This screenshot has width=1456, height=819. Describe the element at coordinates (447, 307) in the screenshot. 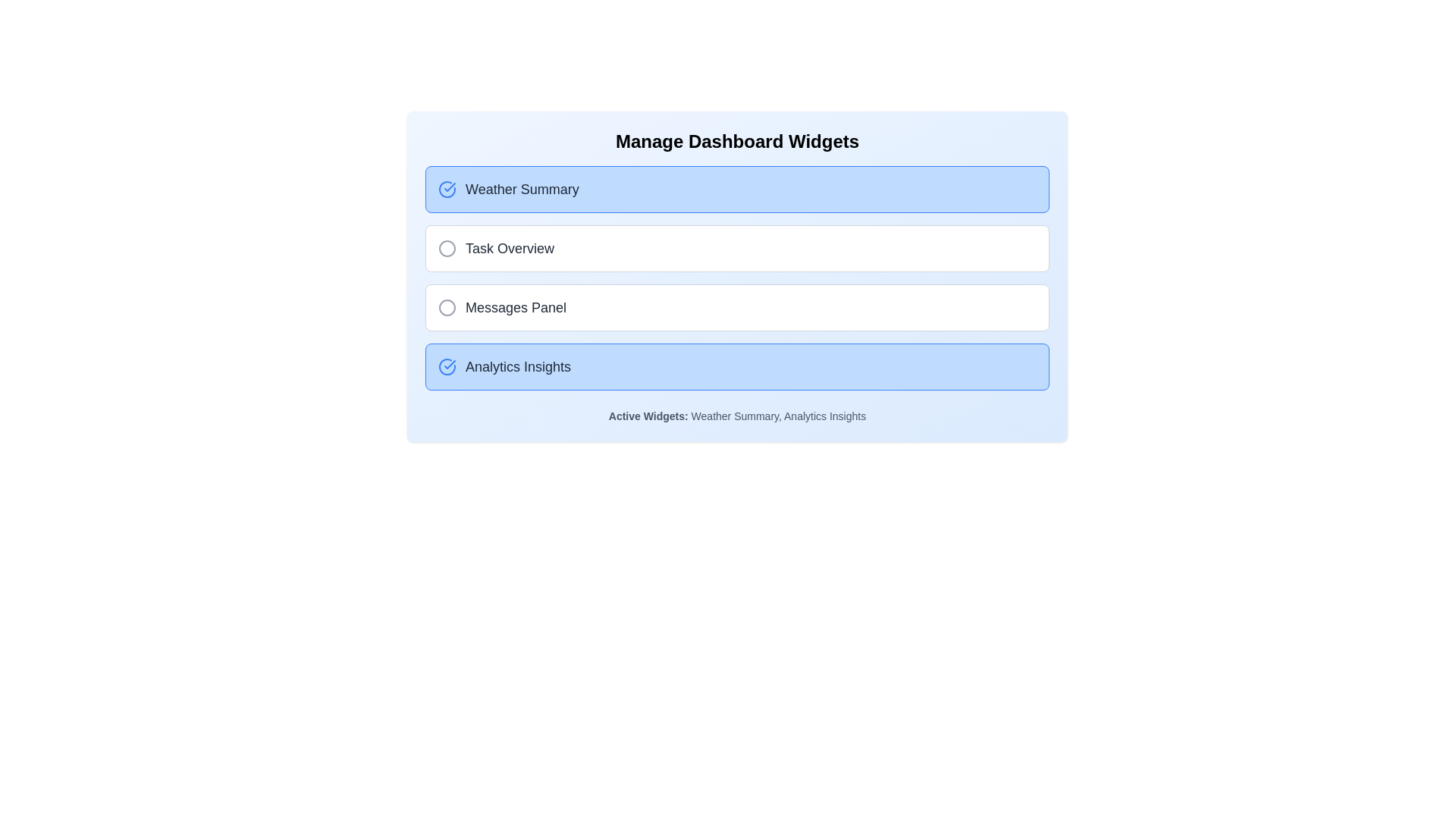

I see `the gray circular icon representing the 'Messages Panel' in the dashboard widgets` at that location.